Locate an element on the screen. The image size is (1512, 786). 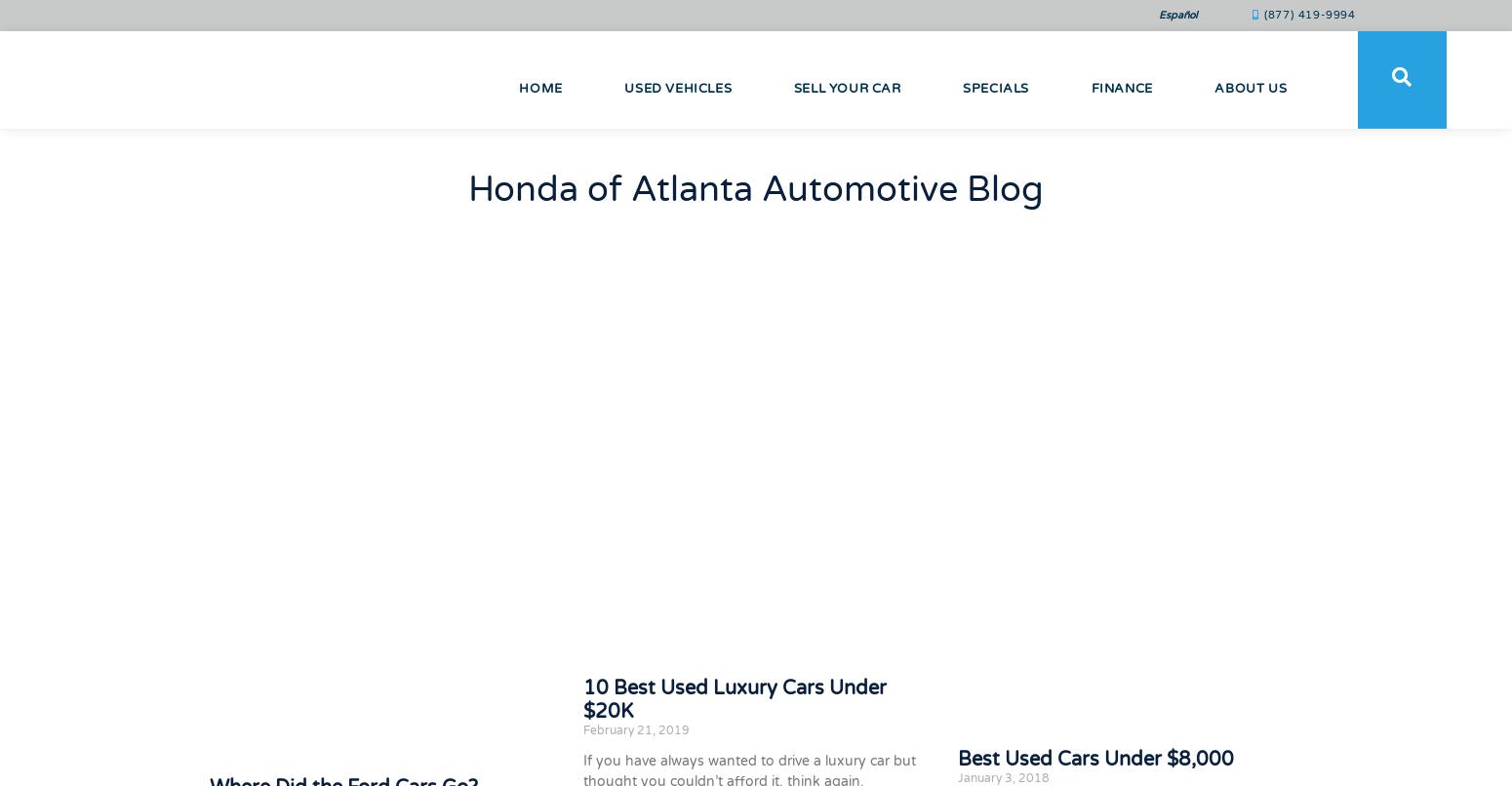
'Specials' is located at coordinates (962, 87).